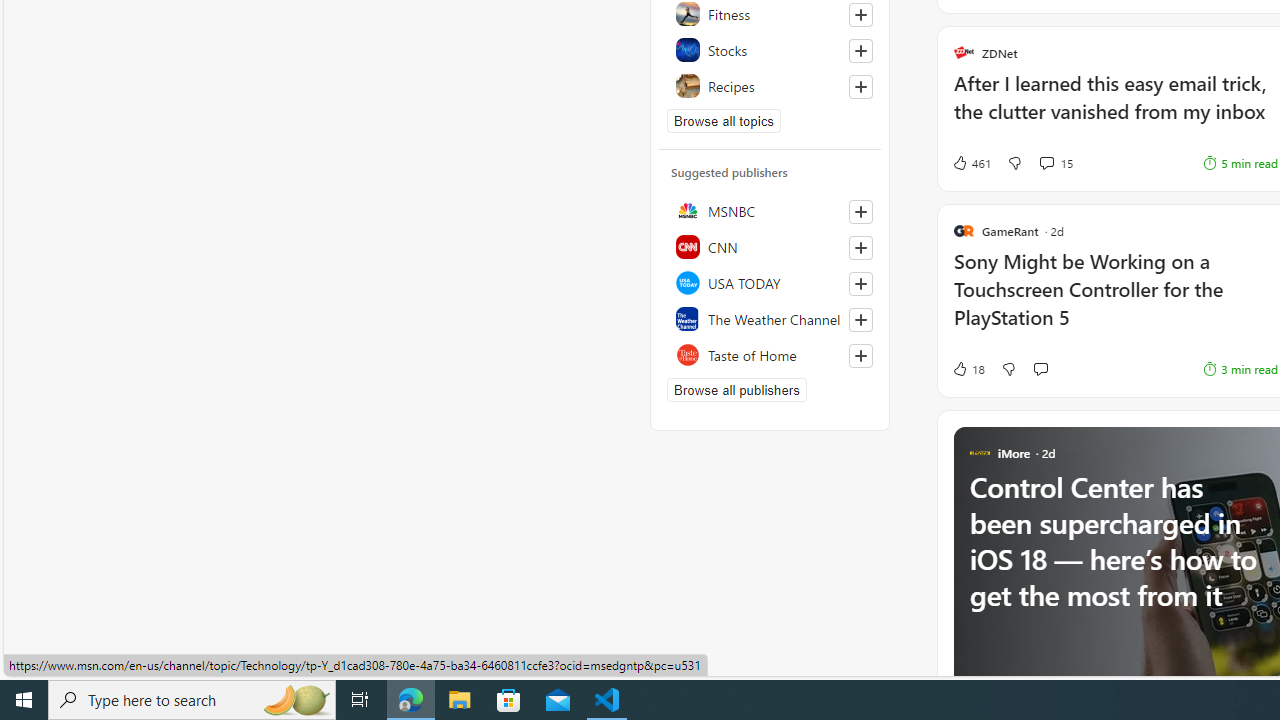 This screenshot has width=1280, height=720. What do you see at coordinates (769, 317) in the screenshot?
I see `'The Weather Channel'` at bounding box center [769, 317].